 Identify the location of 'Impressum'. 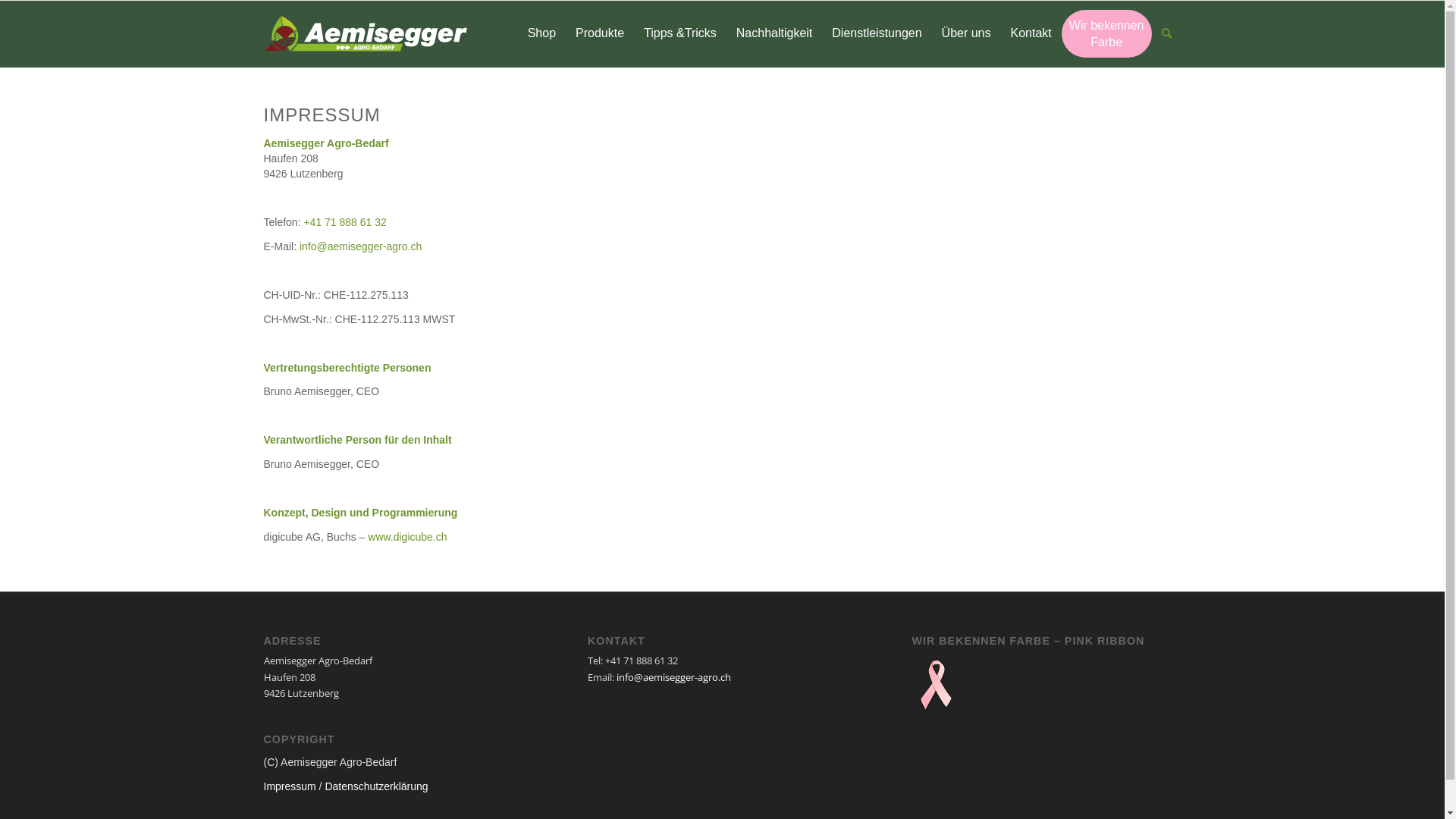
(290, 786).